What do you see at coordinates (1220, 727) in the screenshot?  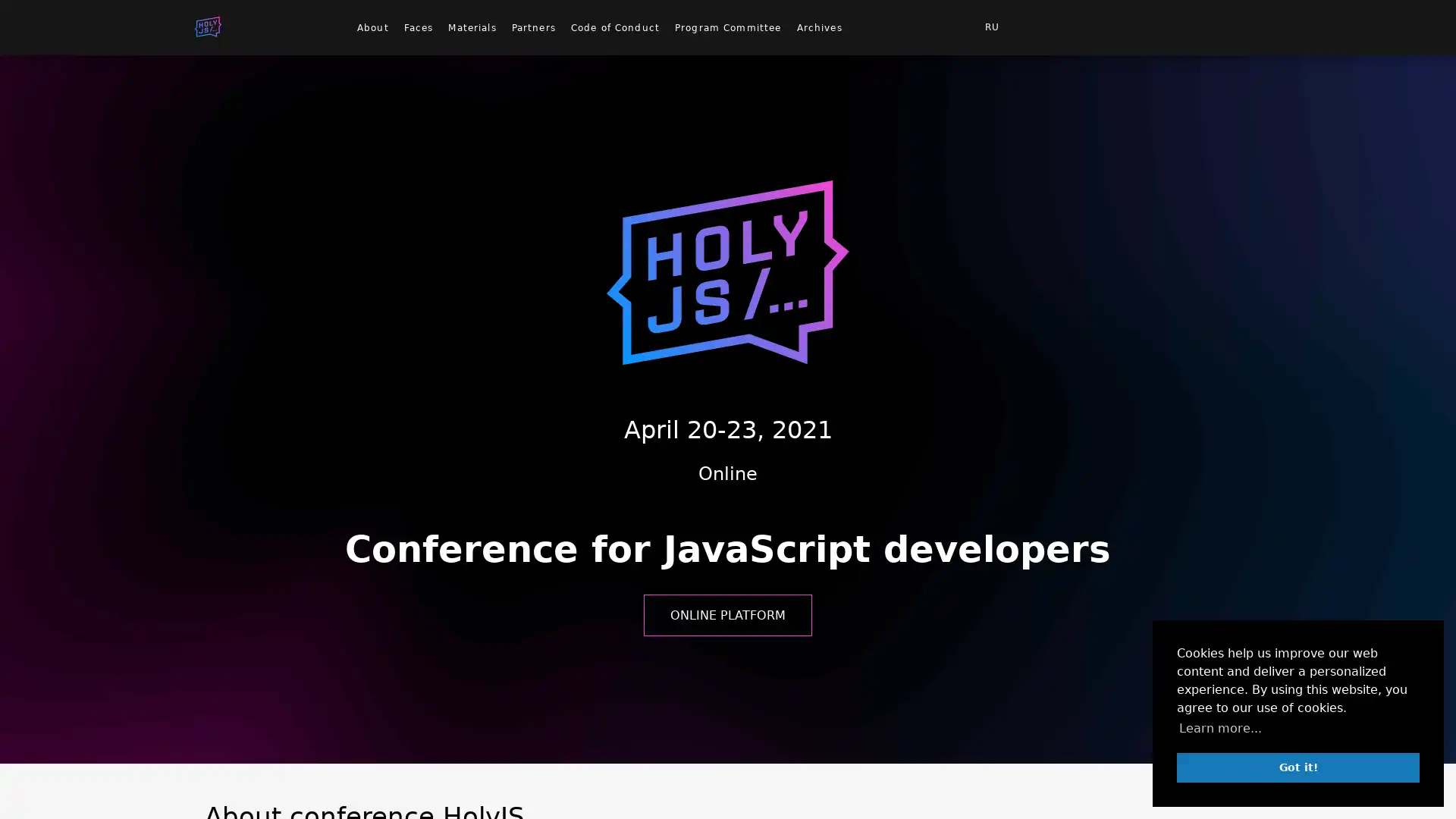 I see `learn more about cookies` at bounding box center [1220, 727].